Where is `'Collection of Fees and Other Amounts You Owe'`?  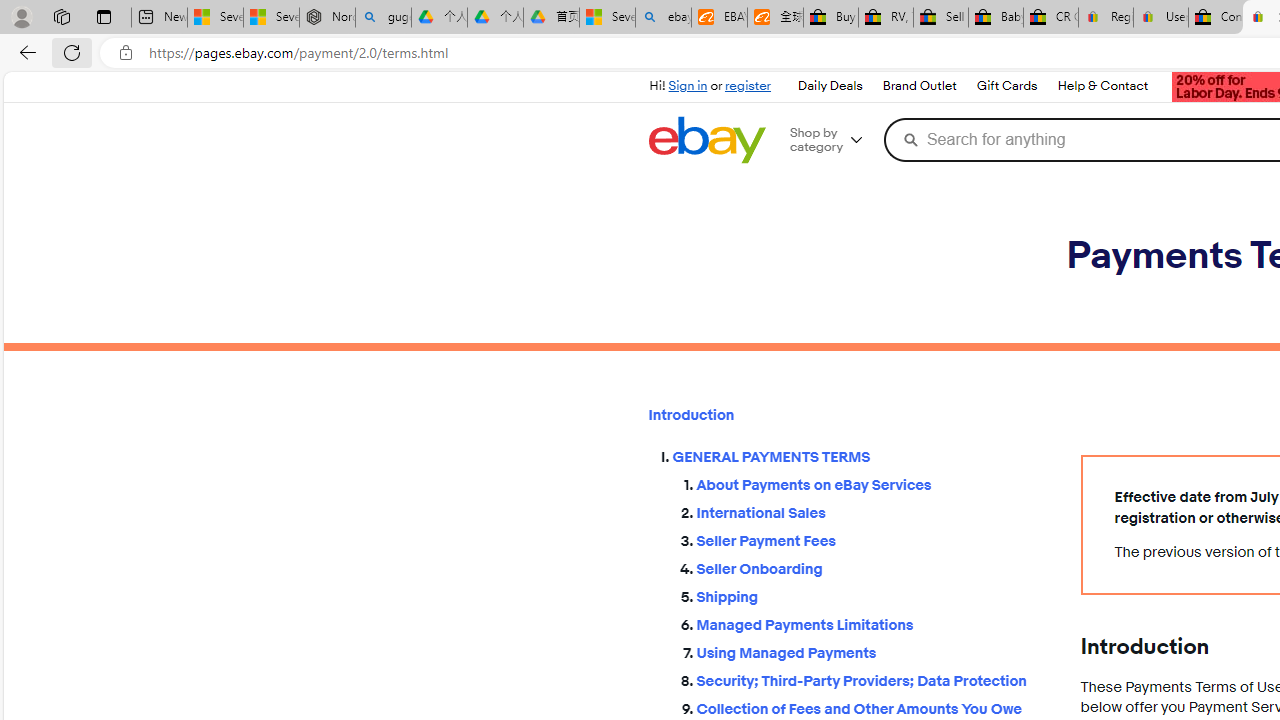 'Collection of Fees and Other Amounts You Owe' is located at coordinates (872, 704).